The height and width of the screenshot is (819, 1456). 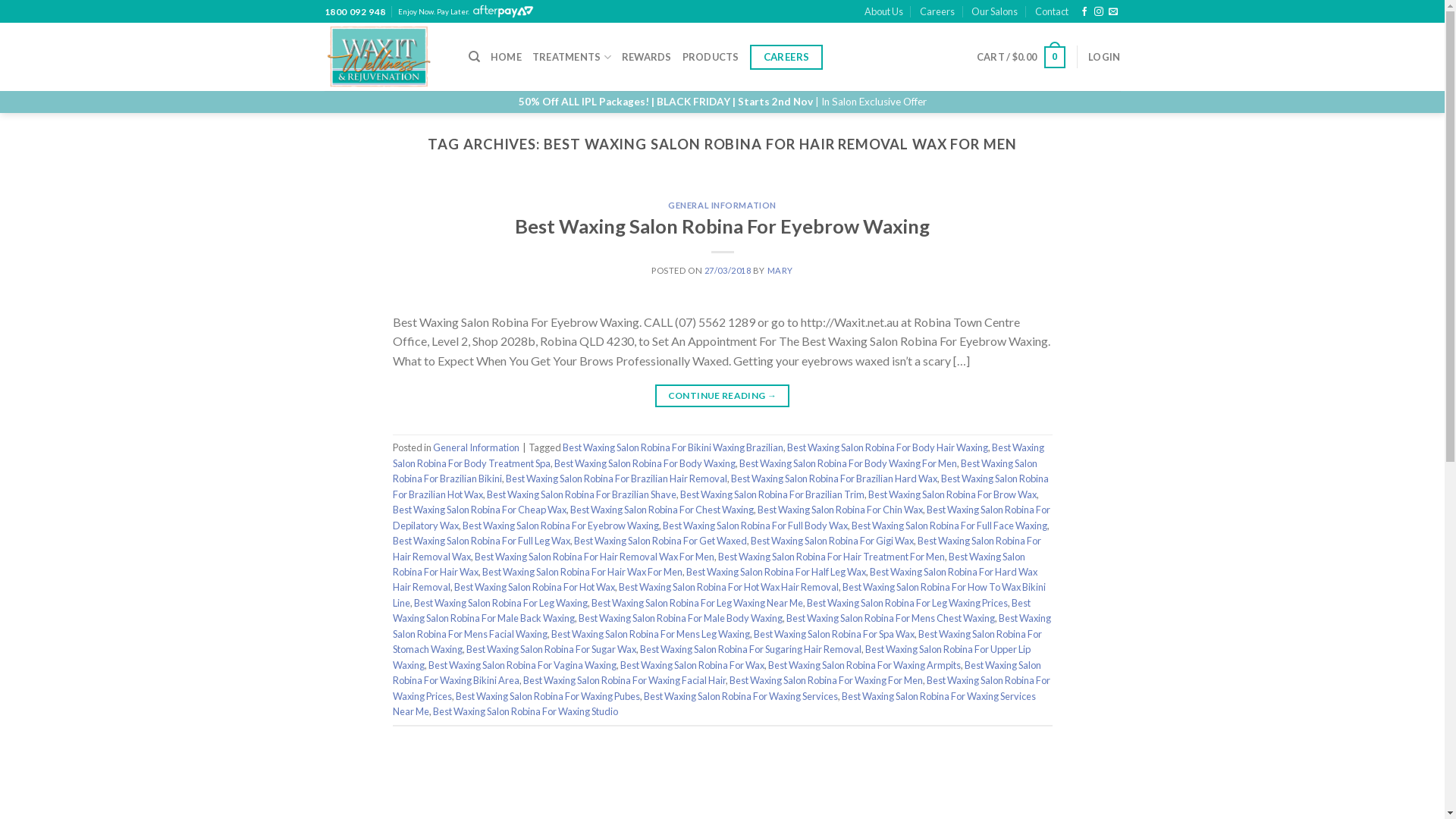 I want to click on 'Contact', so click(x=1051, y=11).